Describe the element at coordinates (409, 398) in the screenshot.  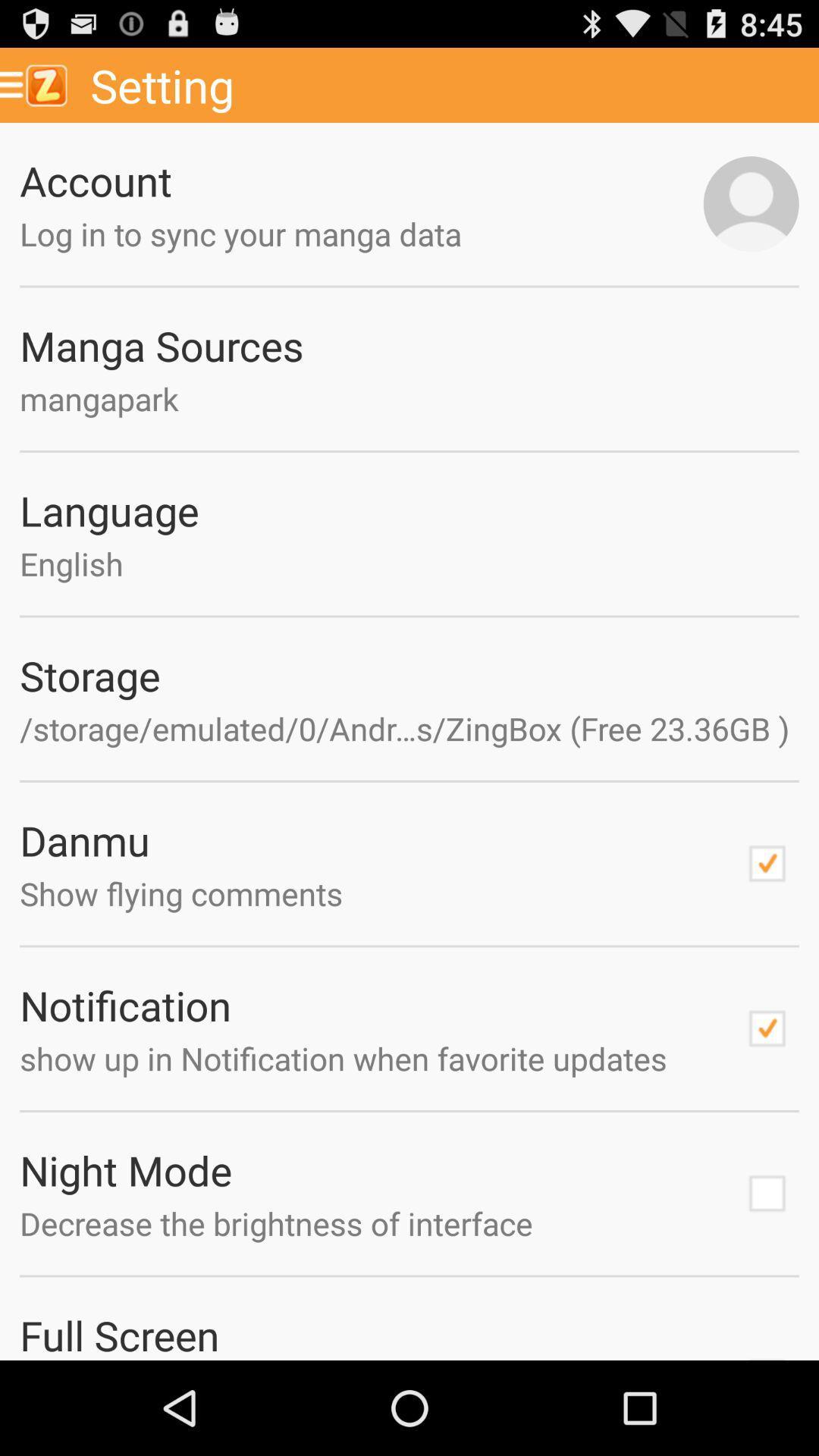
I see `text below manga sources` at that location.